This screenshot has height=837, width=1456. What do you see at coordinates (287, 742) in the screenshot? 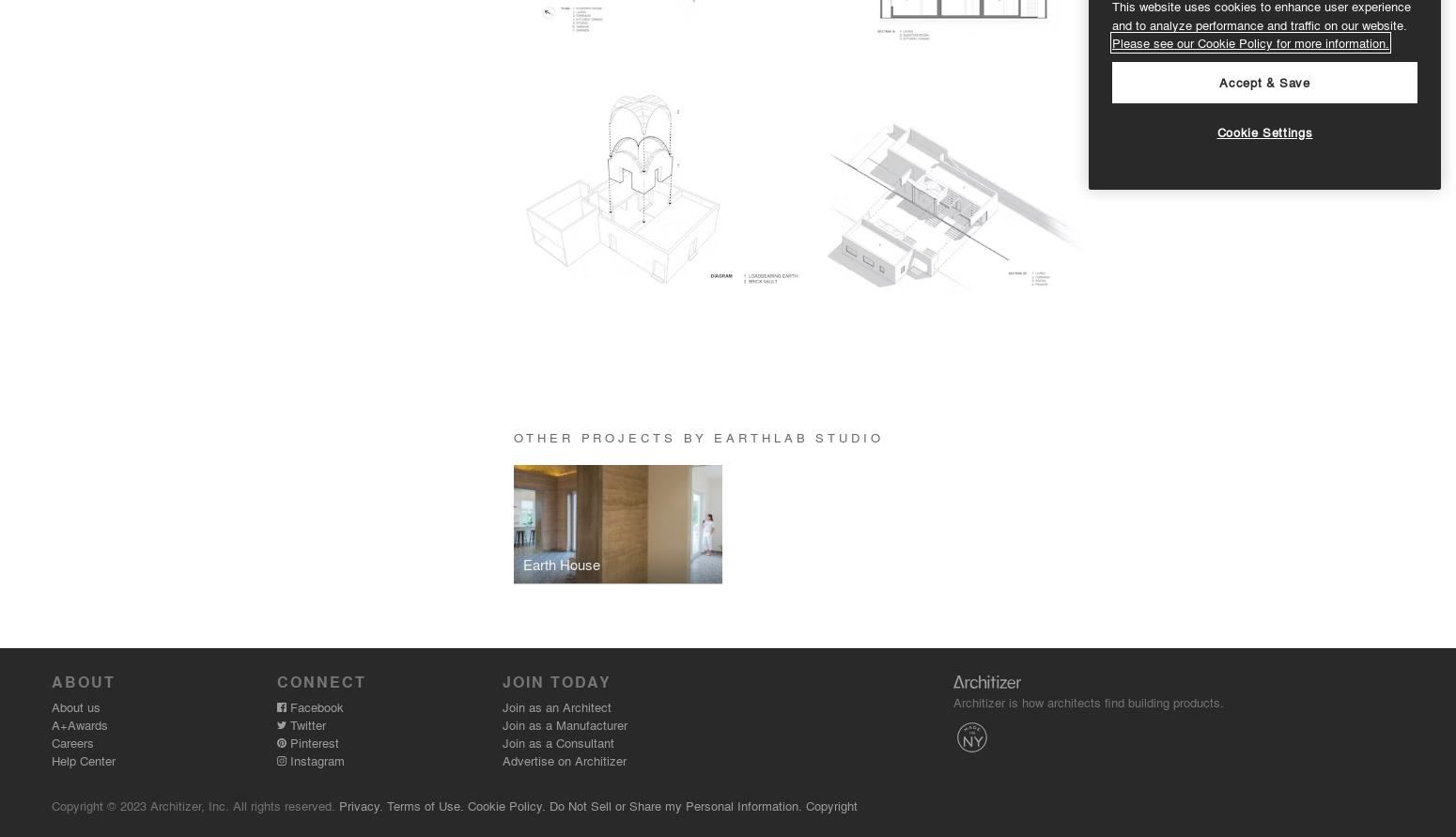
I see `'Pinterest'` at bounding box center [287, 742].